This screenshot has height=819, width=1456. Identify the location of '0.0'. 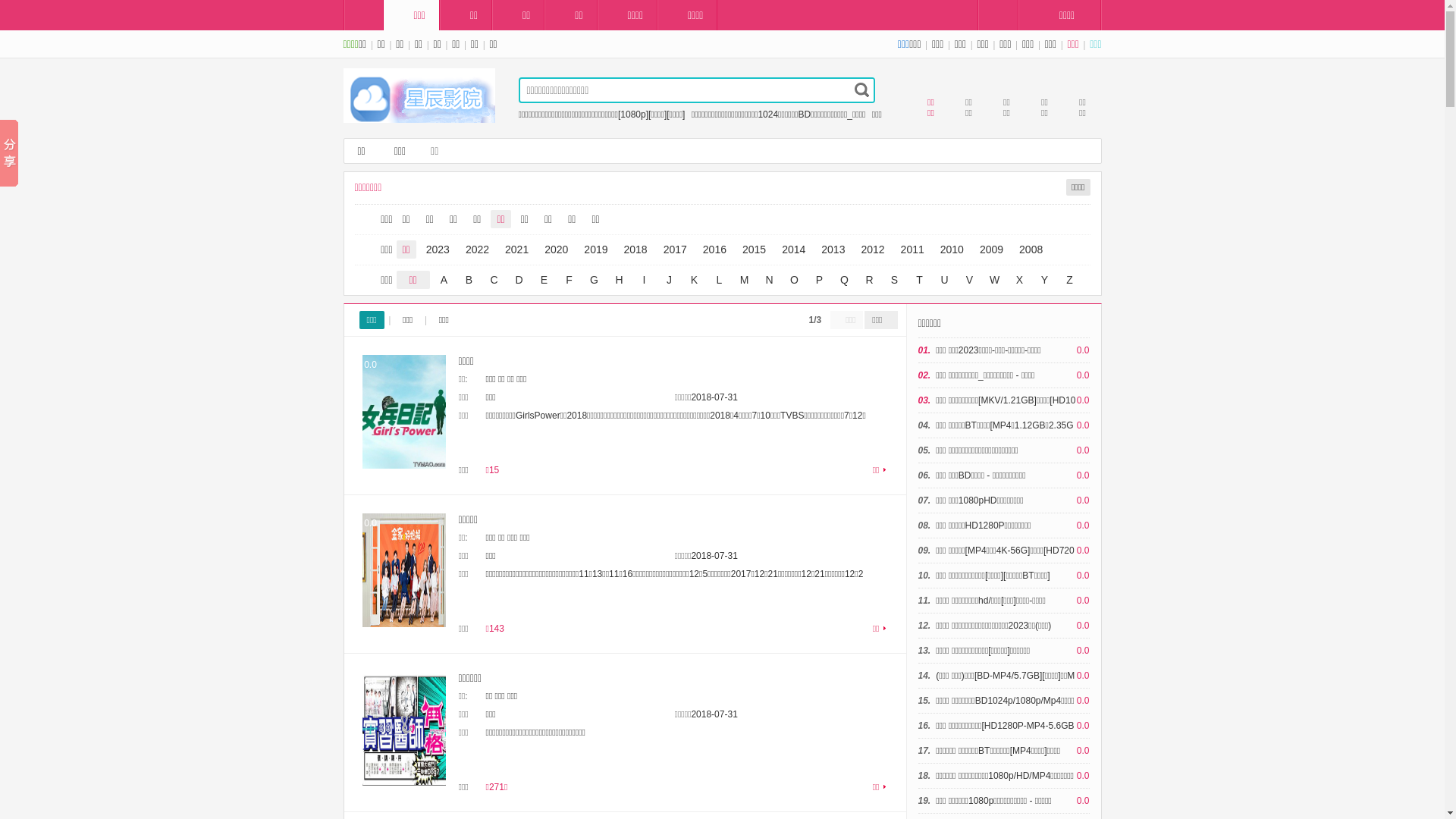
(403, 570).